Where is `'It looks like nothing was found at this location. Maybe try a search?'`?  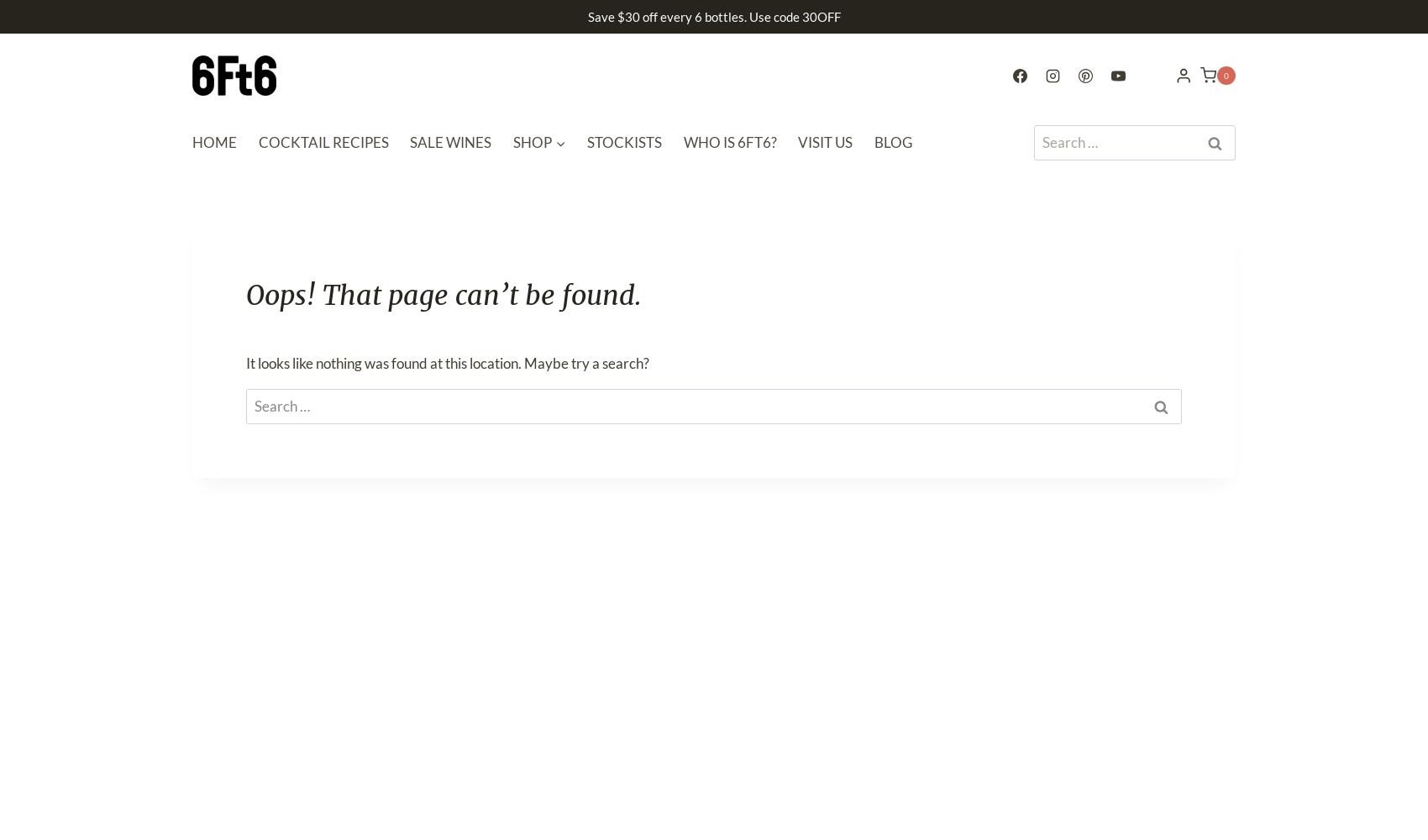 'It looks like nothing was found at this location. Maybe try a search?' is located at coordinates (246, 362).